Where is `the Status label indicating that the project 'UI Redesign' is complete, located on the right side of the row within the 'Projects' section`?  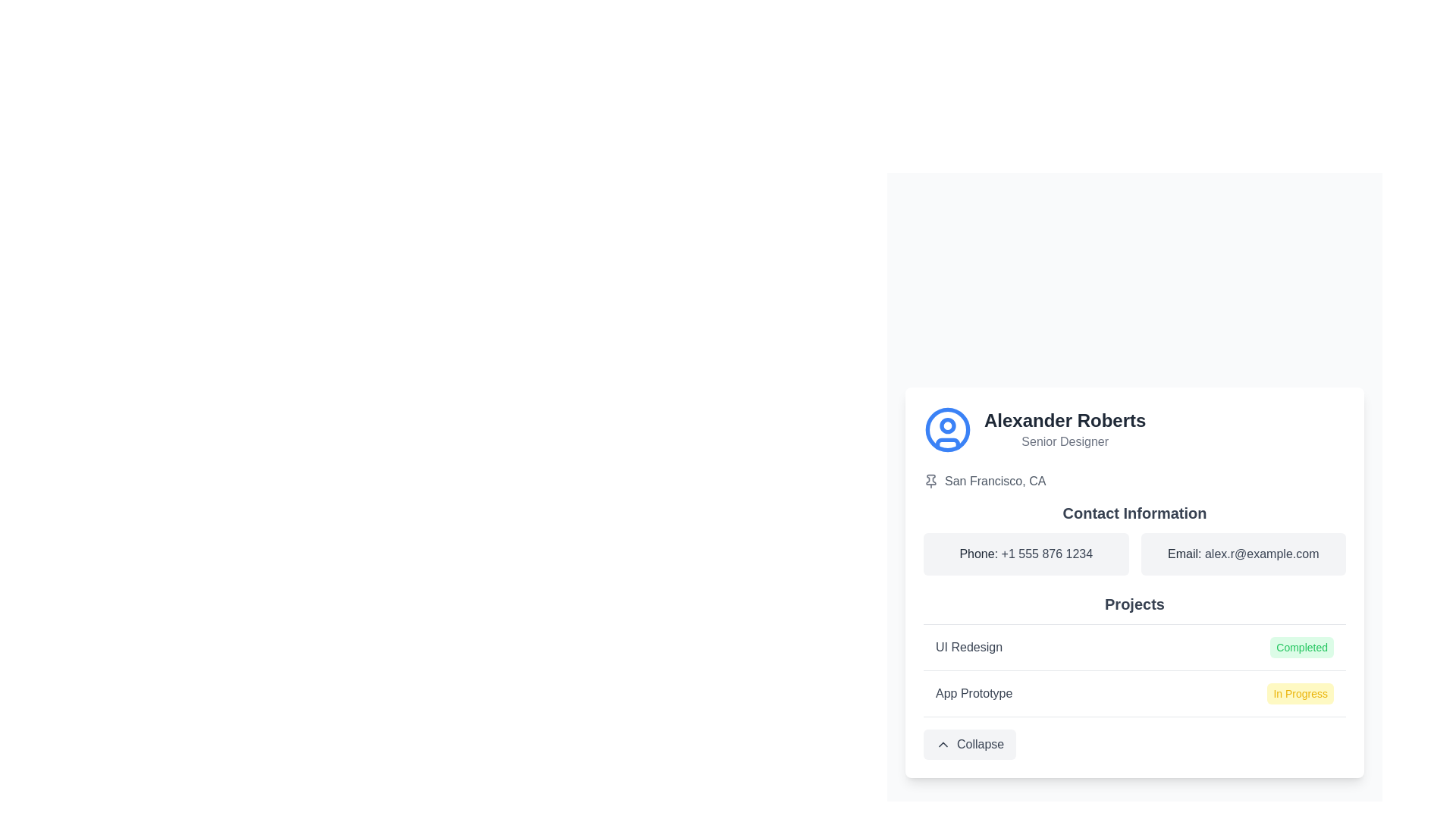
the Status label indicating that the project 'UI Redesign' is complete, located on the right side of the row within the 'Projects' section is located at coordinates (1301, 647).